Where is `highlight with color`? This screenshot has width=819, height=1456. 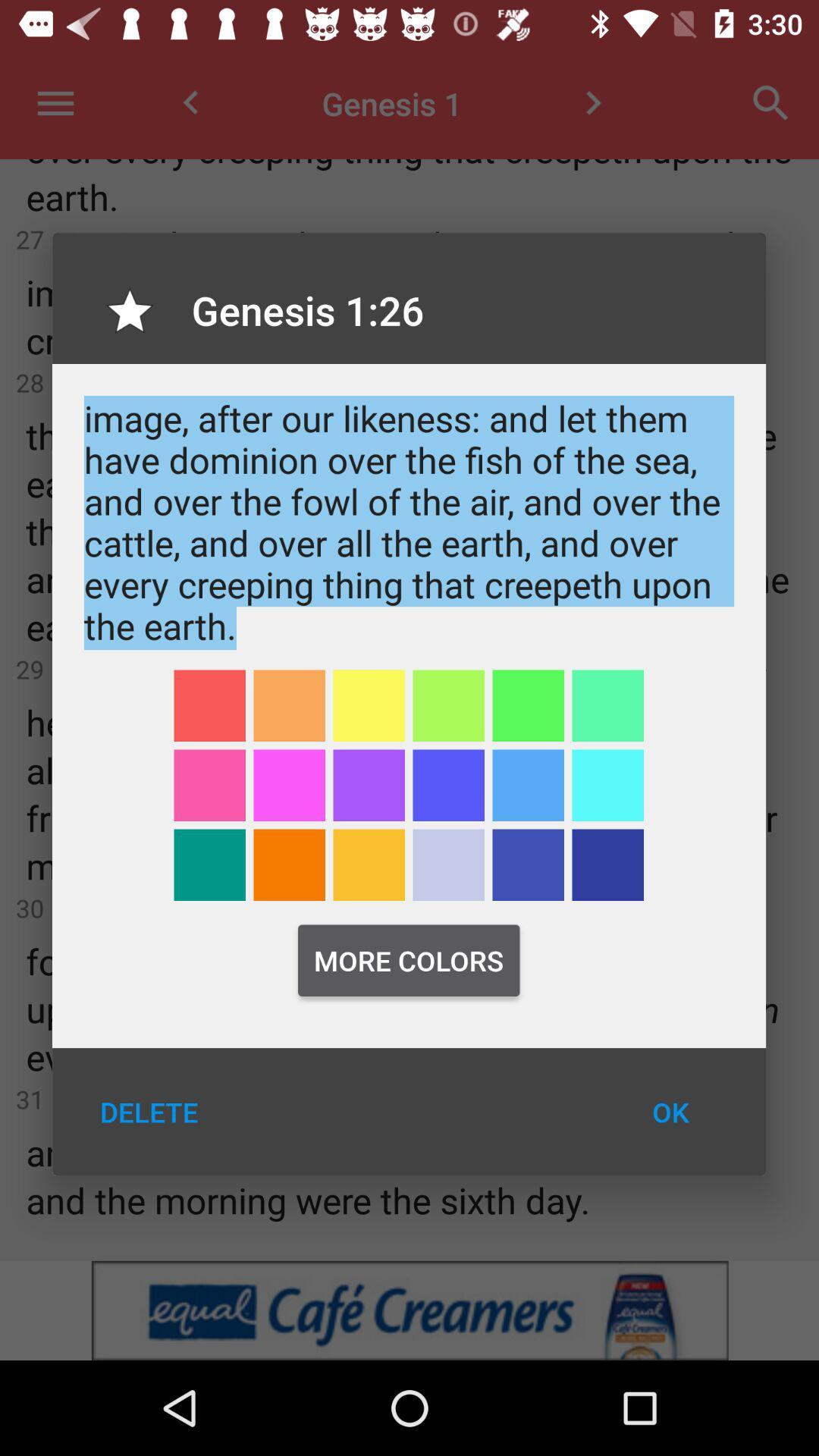
highlight with color is located at coordinates (289, 785).